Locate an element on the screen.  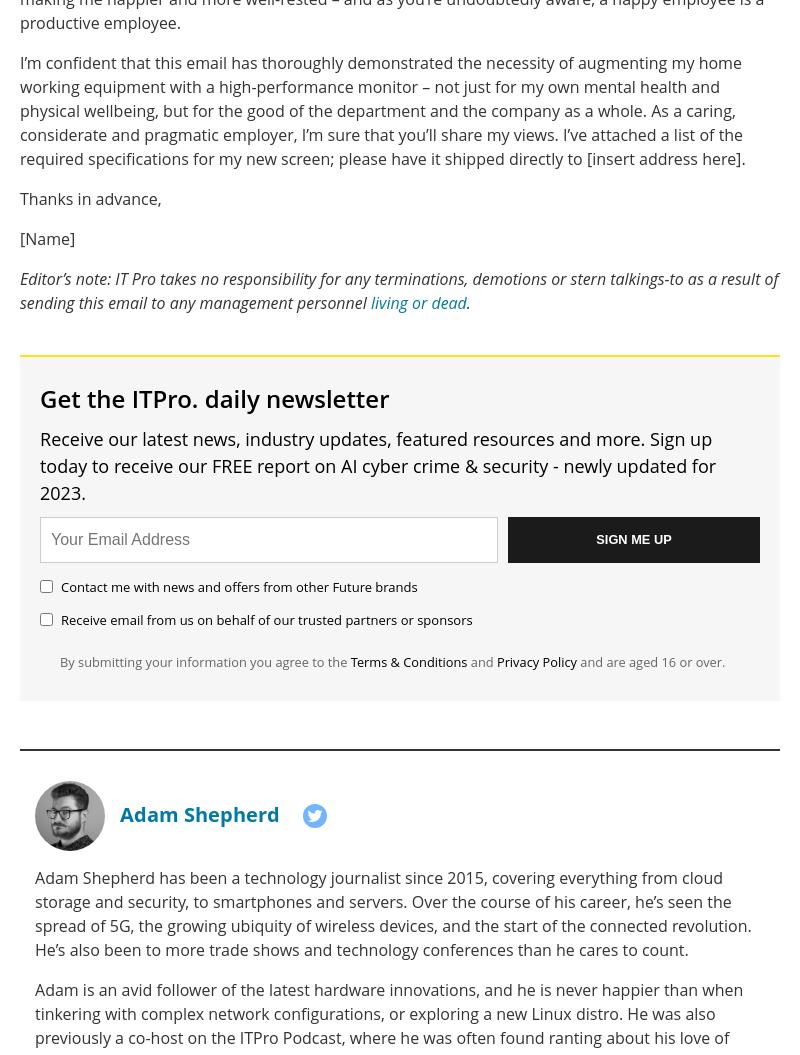
'Receive email from us on behalf of our trusted partners or sponsors' is located at coordinates (265, 620).